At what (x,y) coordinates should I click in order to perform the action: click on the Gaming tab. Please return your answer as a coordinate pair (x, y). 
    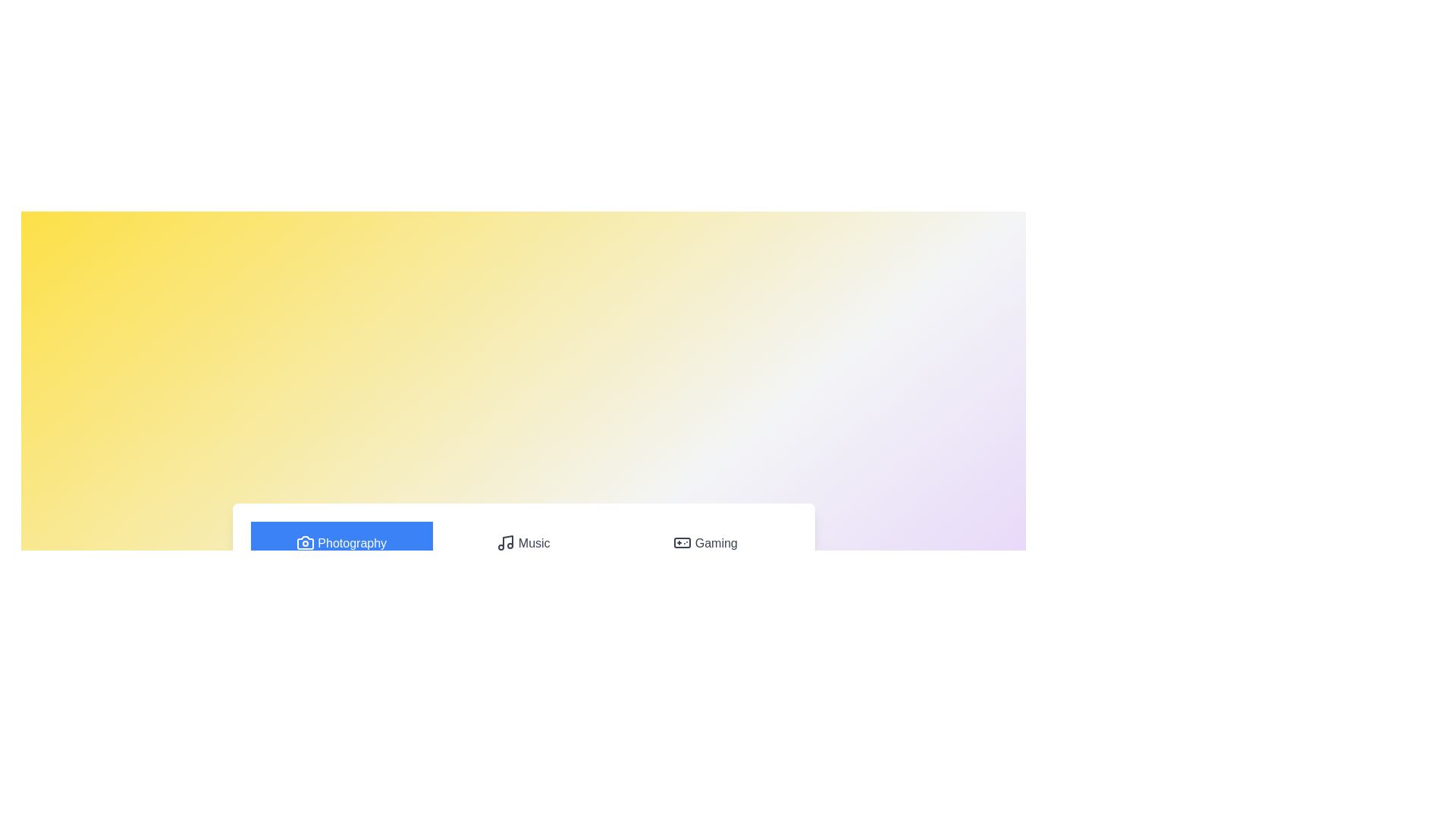
    Looking at the image, I should click on (704, 543).